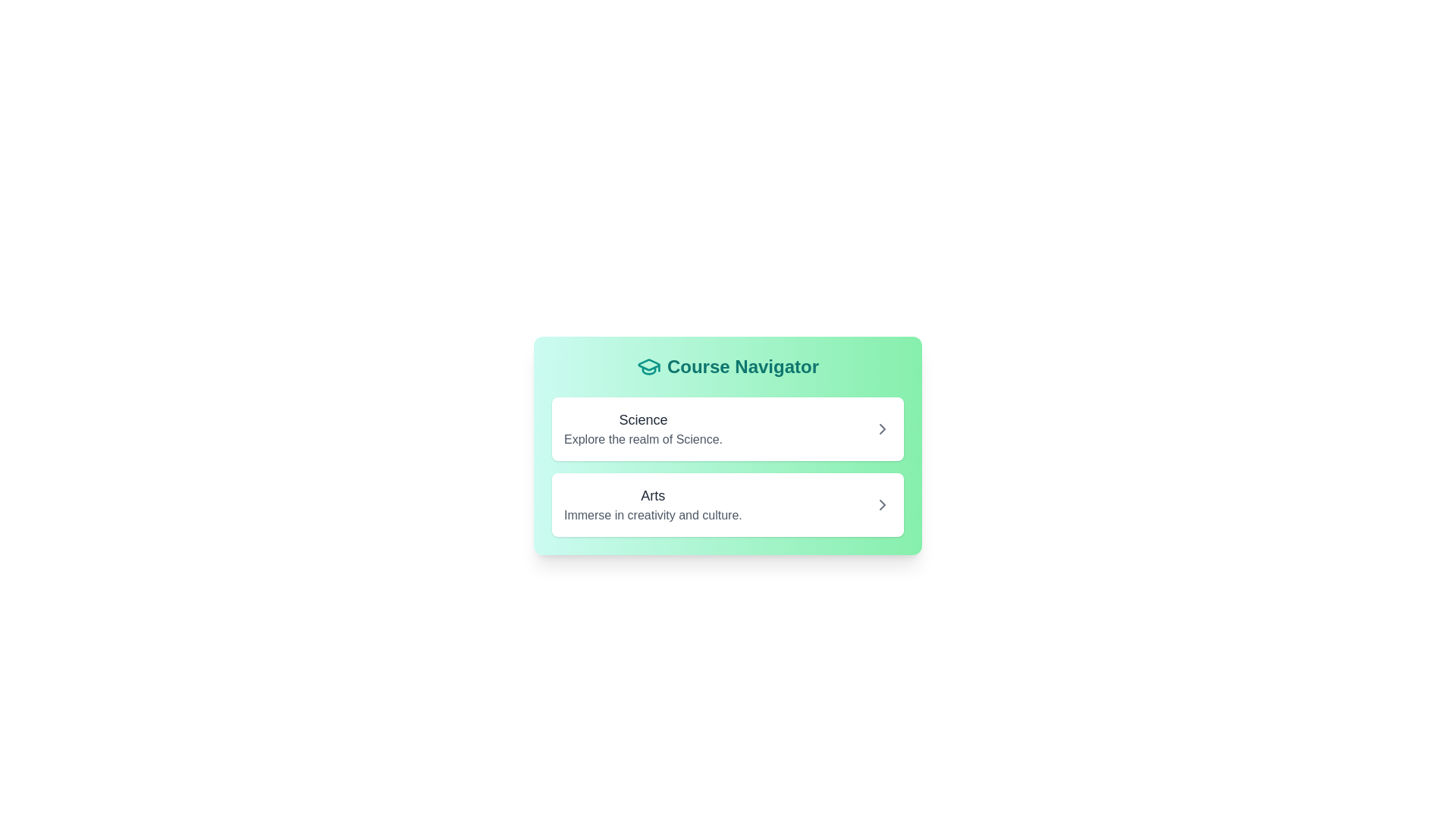 The image size is (1456, 819). Describe the element at coordinates (728, 505) in the screenshot. I see `the 'Arts' Clickable Card, which is the second item in the 'Course Navigator' section` at that location.